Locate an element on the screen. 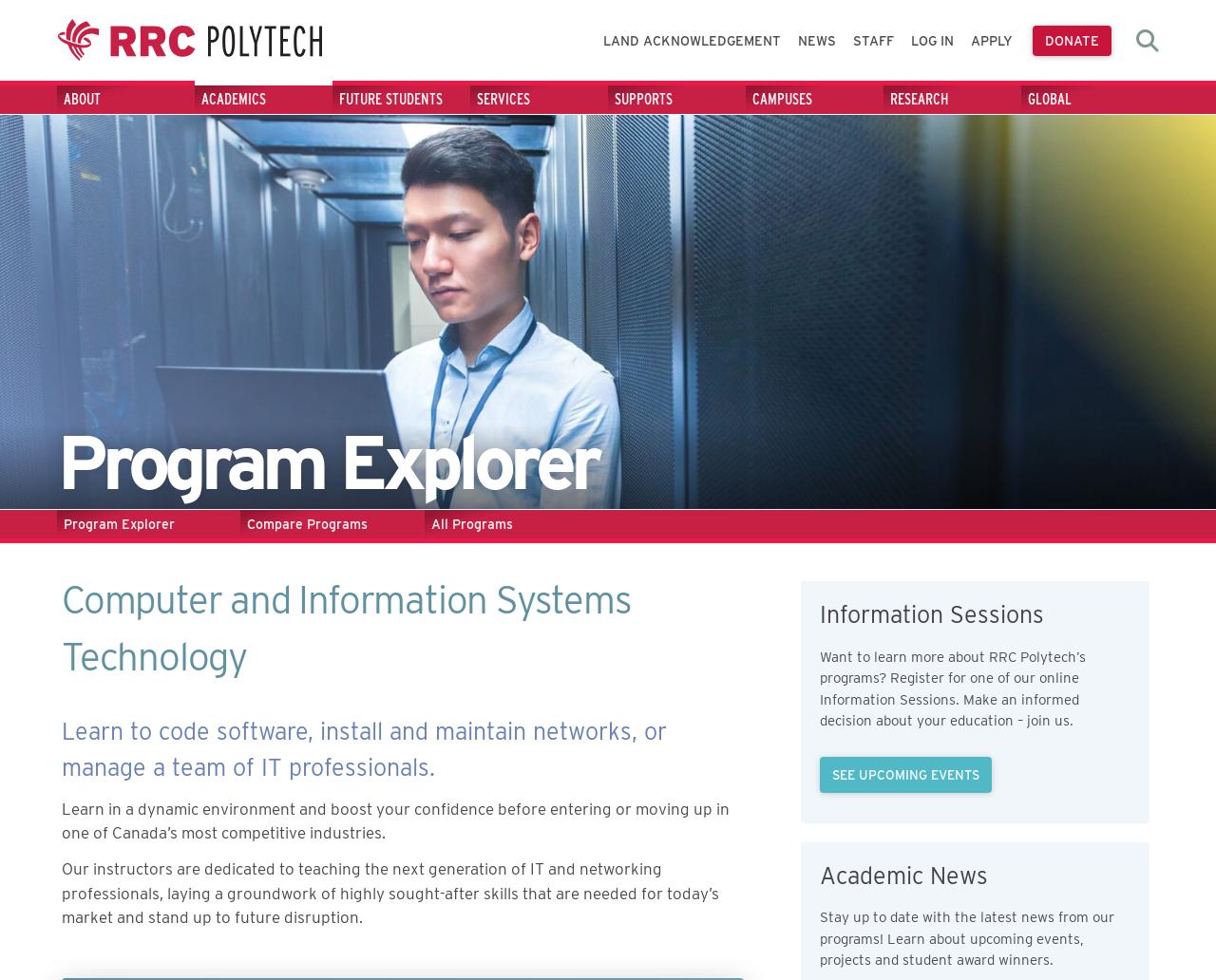 The image size is (1216, 980). 'Stay up to date with the latest news from our programs! Learn about upcoming events, projects and student award winners.' is located at coordinates (966, 937).